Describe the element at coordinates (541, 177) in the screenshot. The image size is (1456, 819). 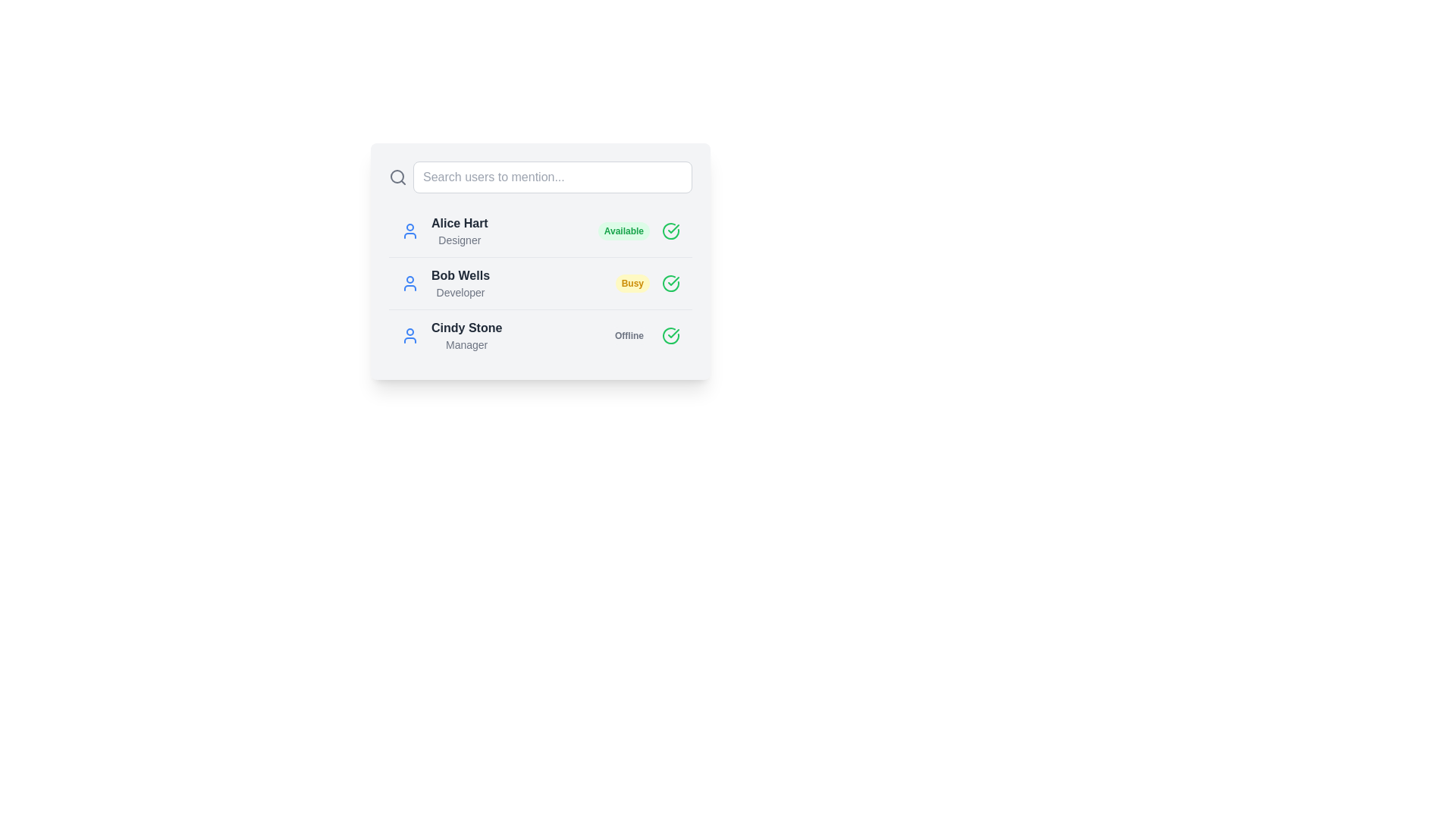
I see `the search input box at the top of the panel by tabbing into it` at that location.